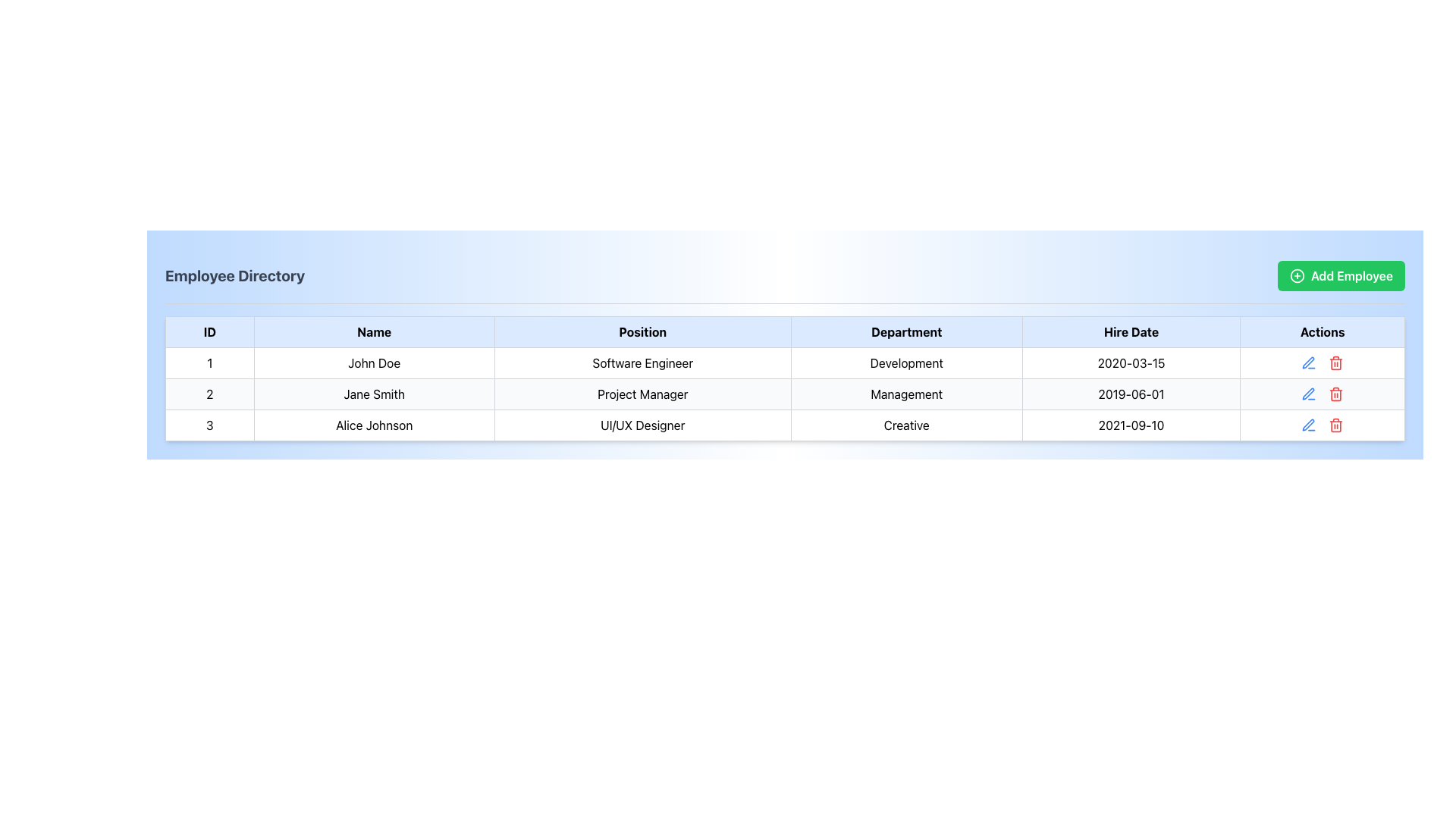 Image resolution: width=1456 pixels, height=819 pixels. I want to click on the outline of the trash can icon located in the 'Actions' column of the last row entry in the data table, so click(1336, 426).